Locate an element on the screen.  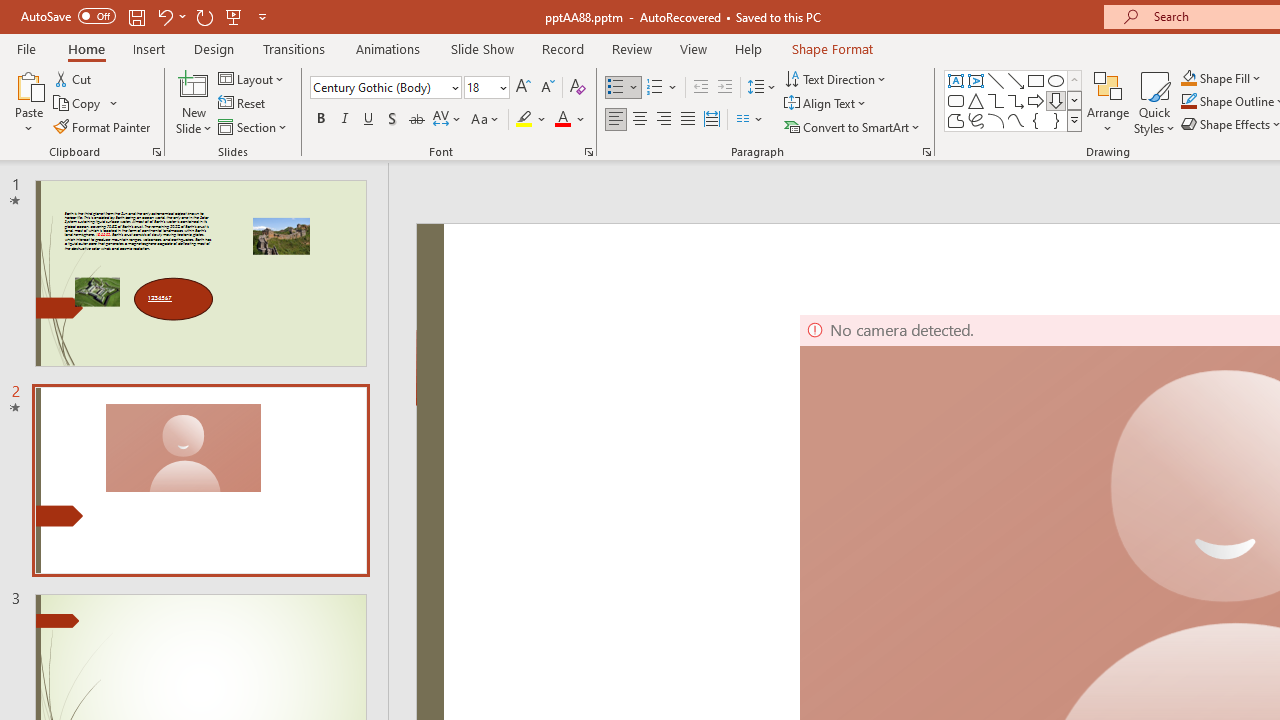
'More Options' is located at coordinates (1232, 77).